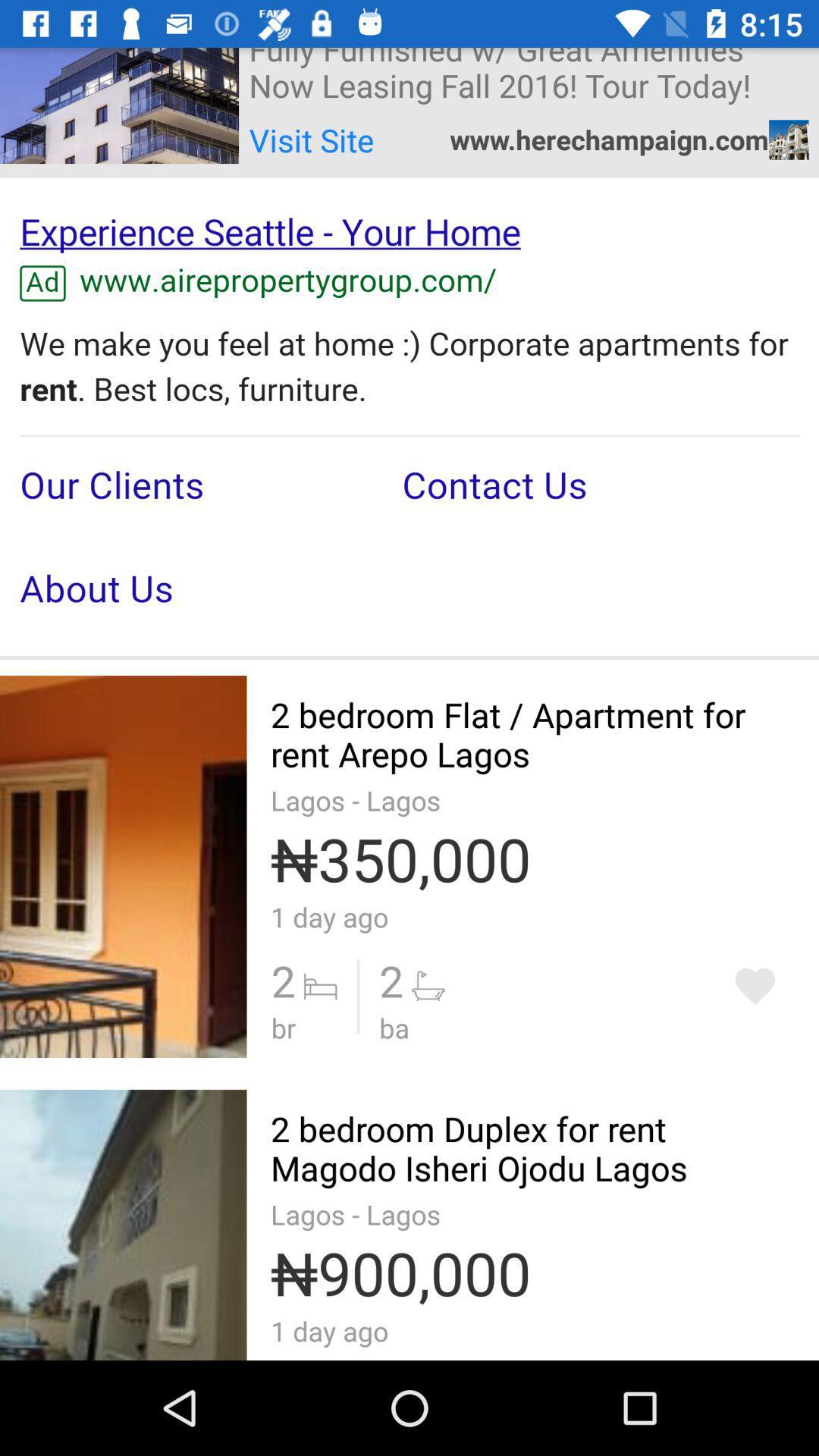 Image resolution: width=819 pixels, height=1456 pixels. Describe the element at coordinates (409, 416) in the screenshot. I see `advertisement` at that location.